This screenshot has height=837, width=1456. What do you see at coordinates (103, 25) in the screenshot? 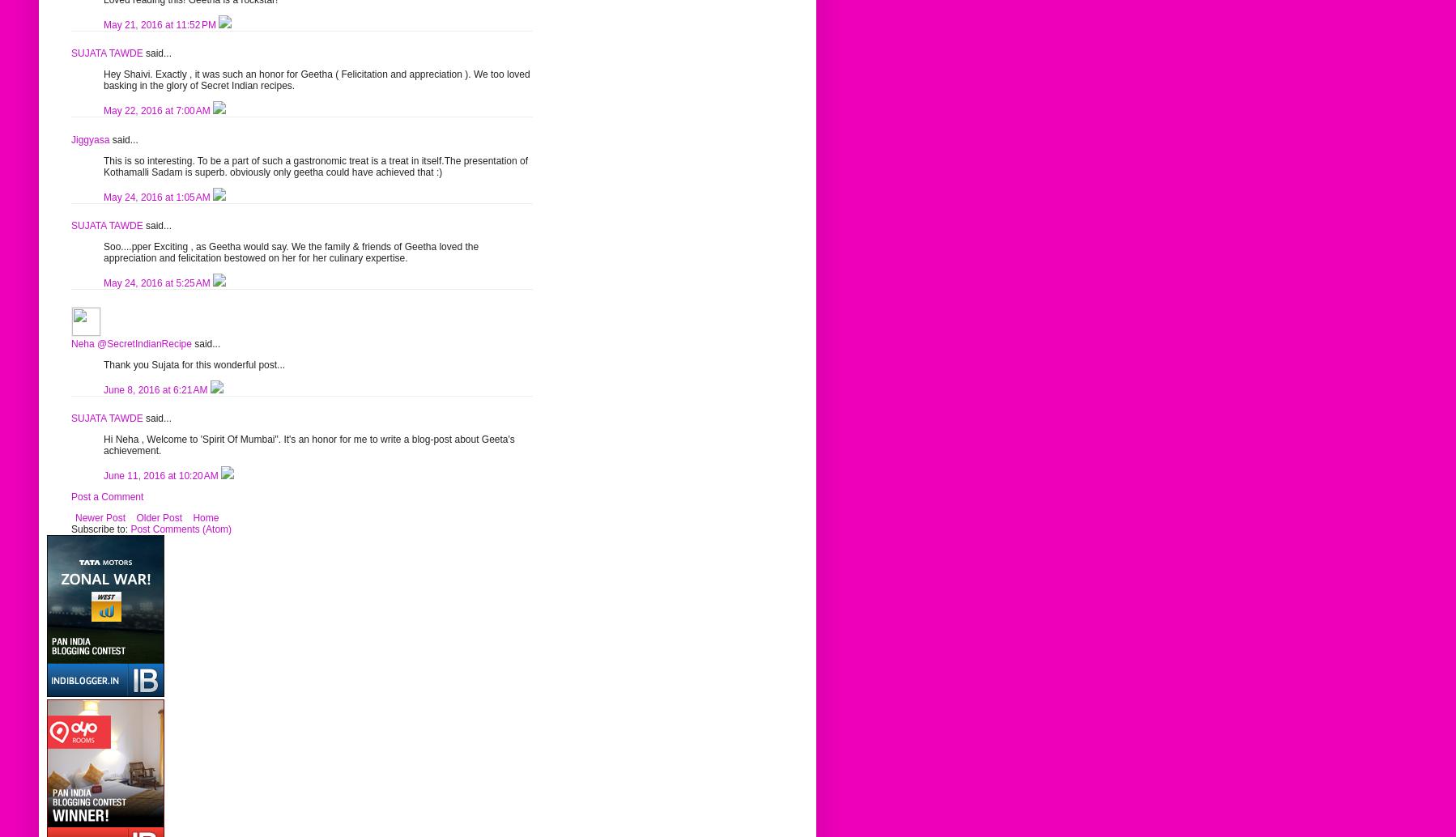
I see `'May 21, 2016 at 11:52 PM'` at bounding box center [103, 25].